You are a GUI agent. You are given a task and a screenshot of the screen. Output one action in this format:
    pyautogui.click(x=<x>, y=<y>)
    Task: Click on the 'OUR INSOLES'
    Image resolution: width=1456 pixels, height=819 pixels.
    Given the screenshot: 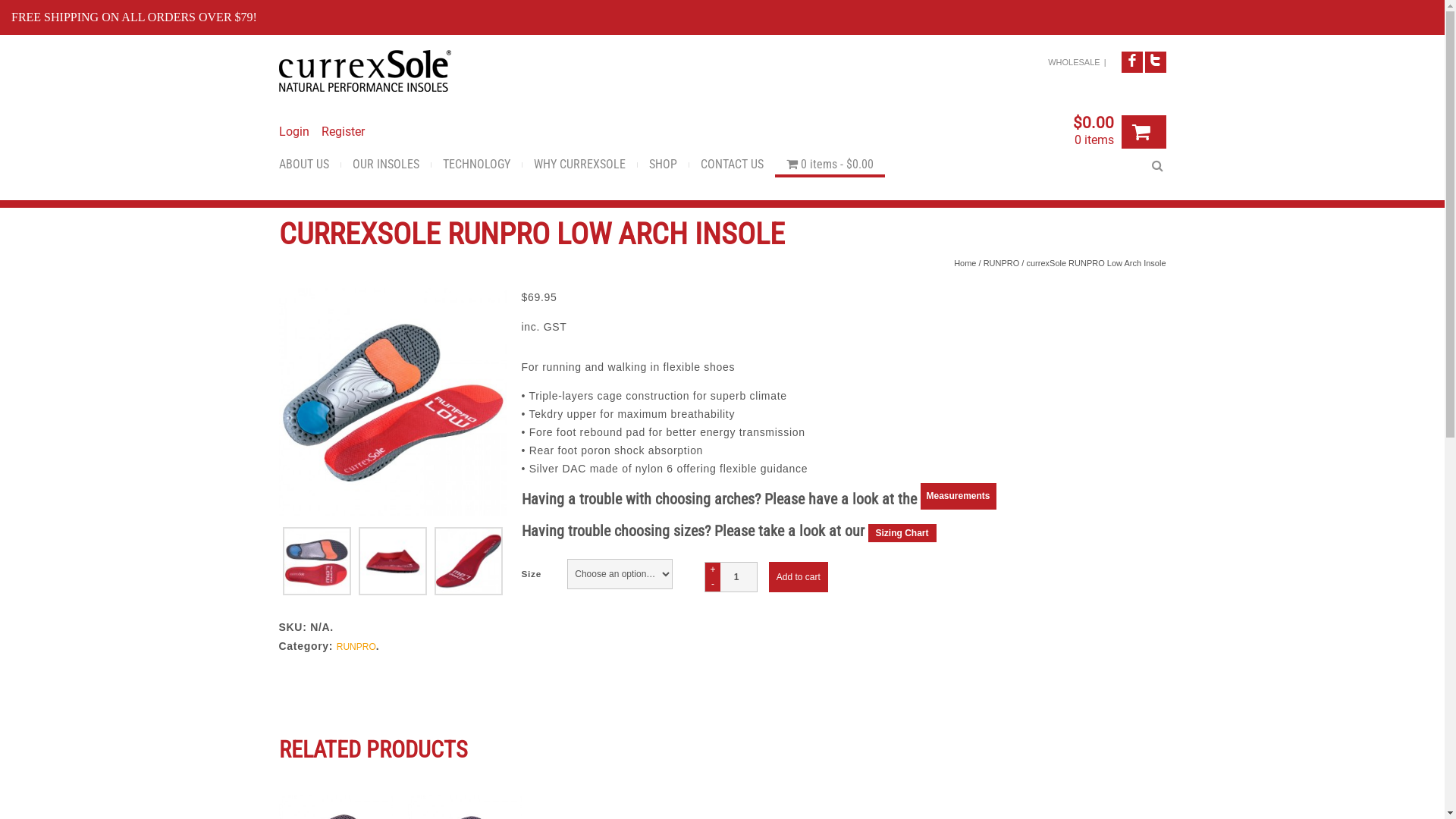 What is the action you would take?
    pyautogui.click(x=385, y=166)
    